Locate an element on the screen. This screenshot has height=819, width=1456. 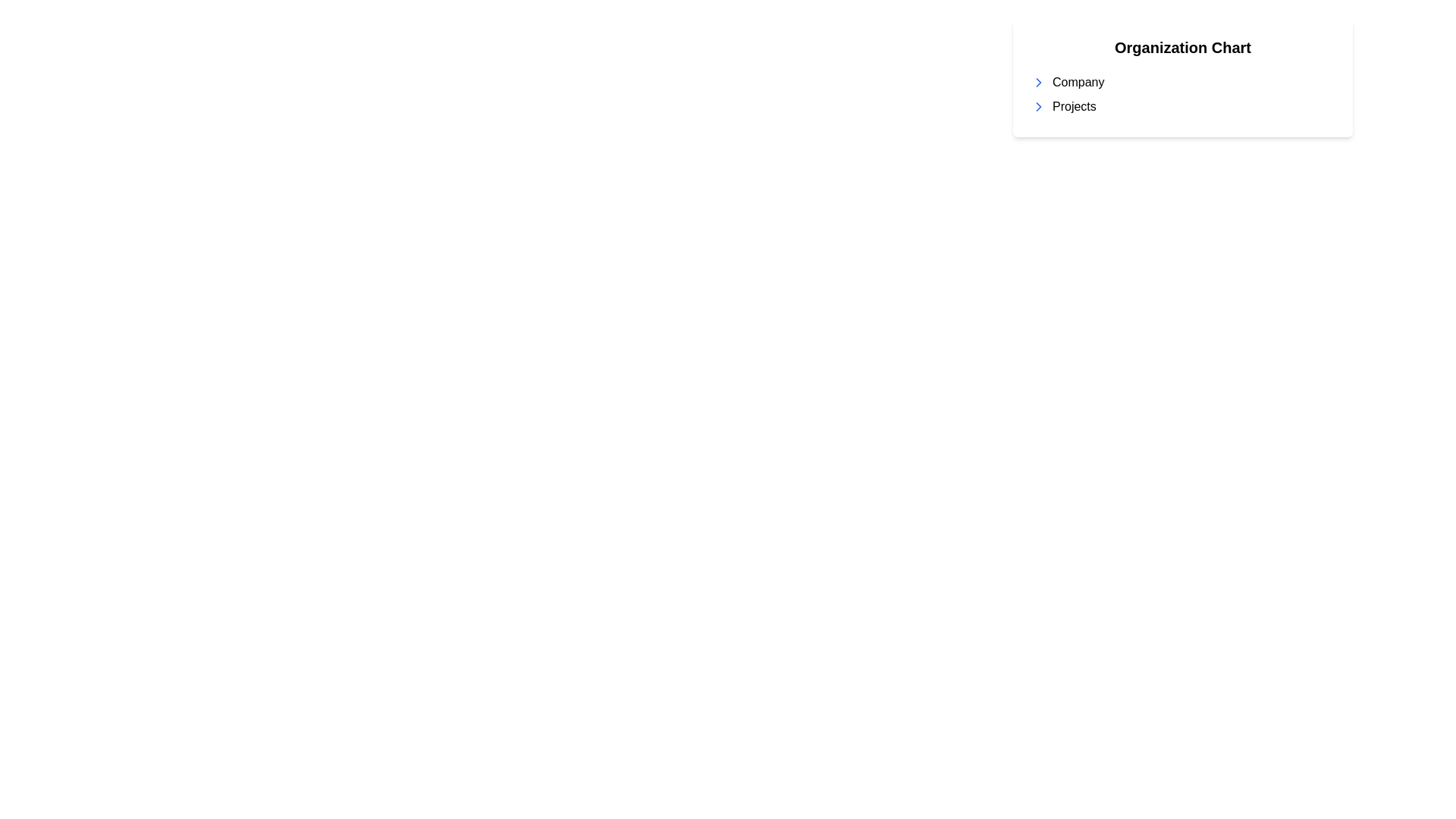
the leftmost Chevron Right icon is located at coordinates (1037, 82).